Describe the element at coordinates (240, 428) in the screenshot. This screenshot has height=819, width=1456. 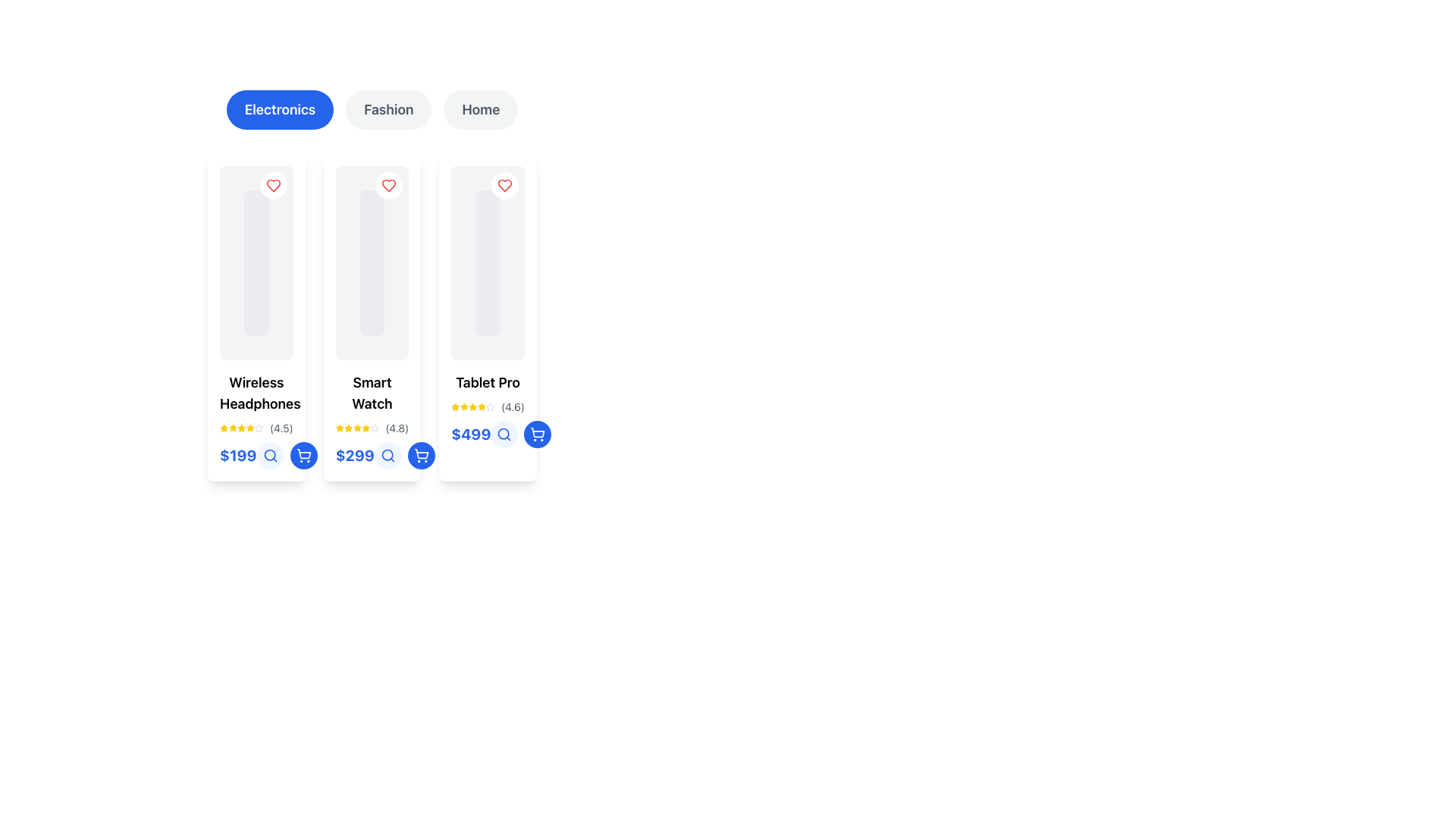
I see `the fourth star icon representing rating functionality, which is styled with a yellow fill and borders, located under the product description 'Wireless Headphones'` at that location.